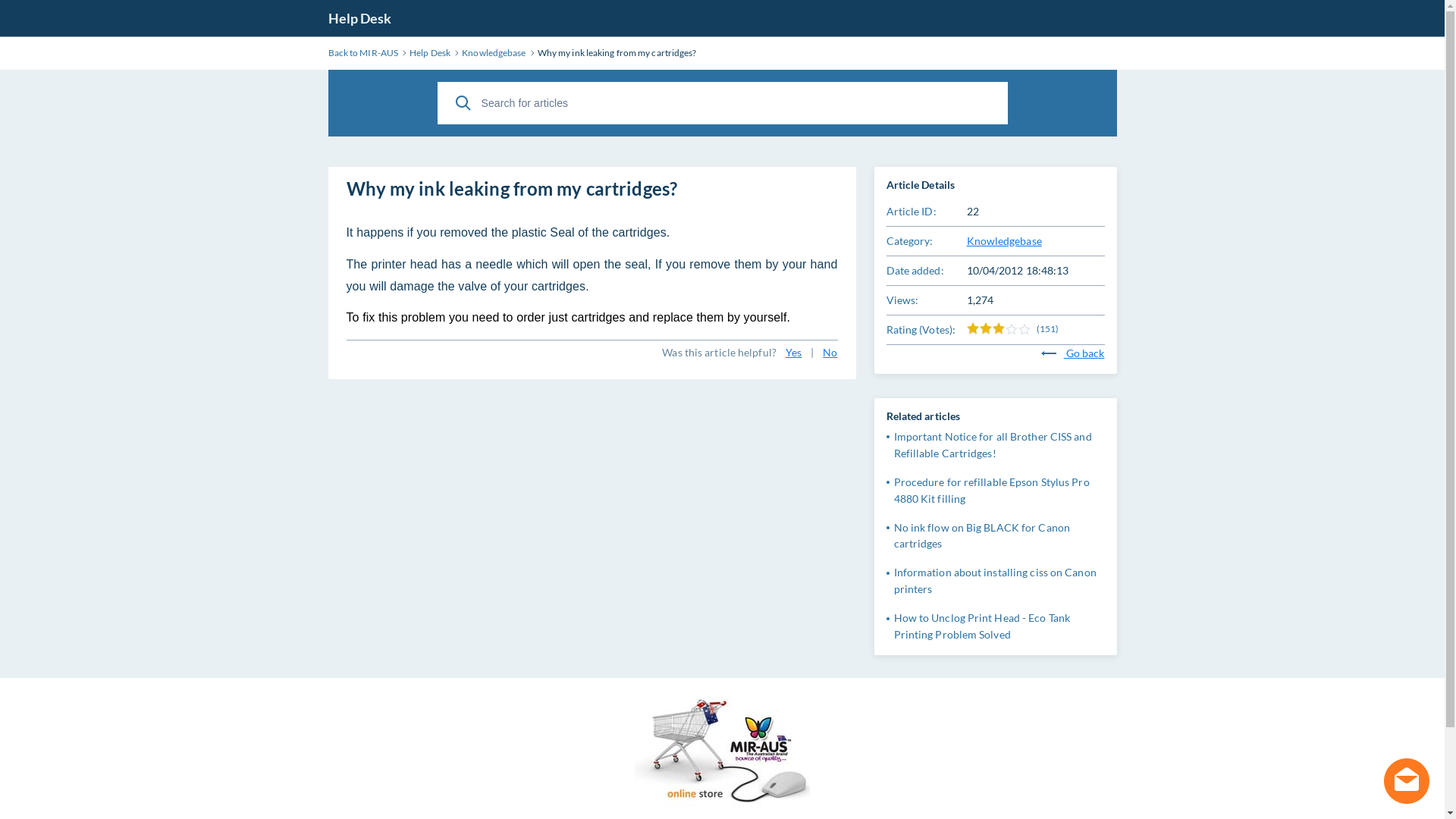  Describe the element at coordinates (893, 535) in the screenshot. I see `'No ink flow on Big BLACK for Canon cartridges'` at that location.